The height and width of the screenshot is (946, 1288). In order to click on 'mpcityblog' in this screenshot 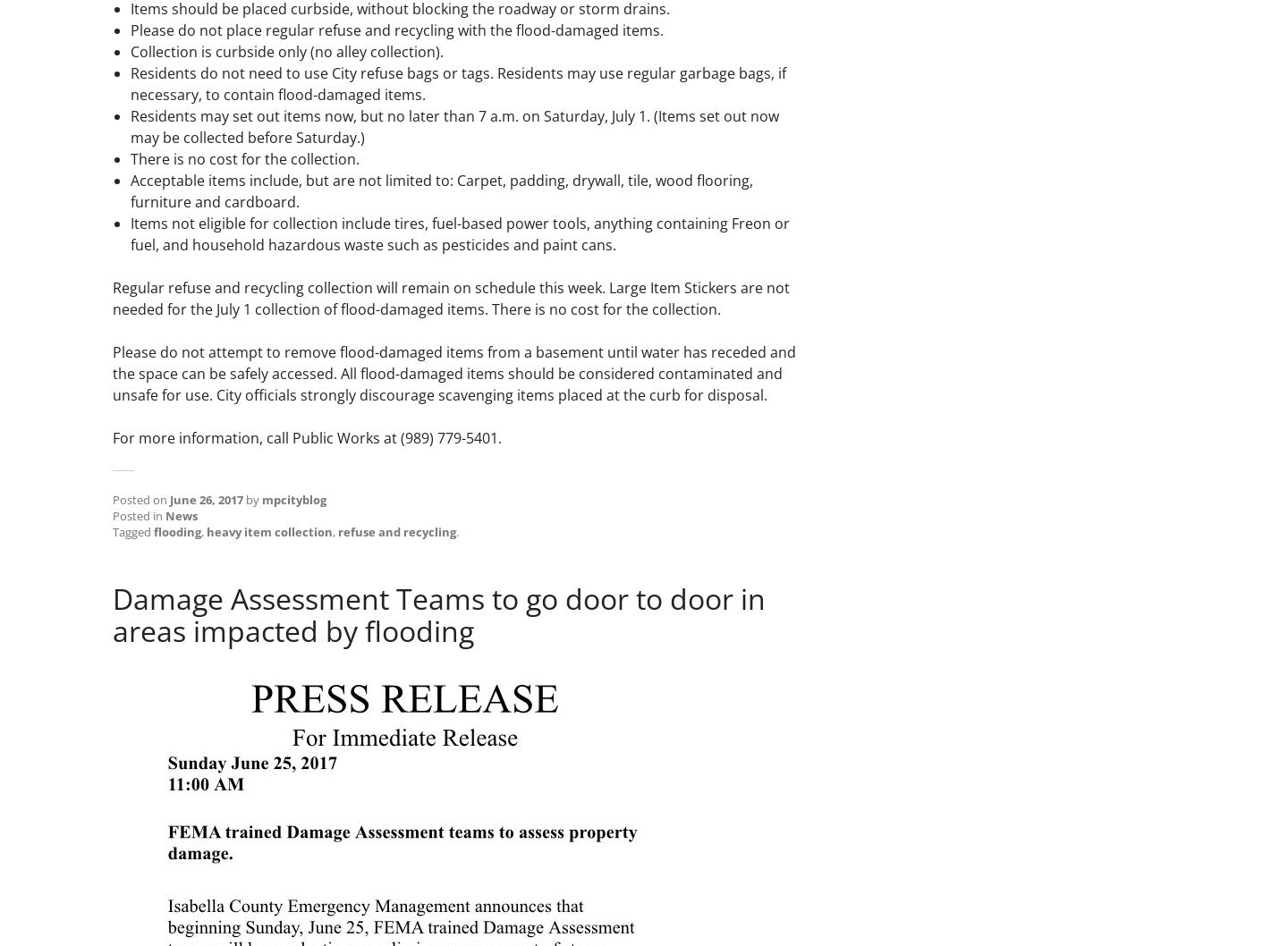, I will do `click(261, 500)`.